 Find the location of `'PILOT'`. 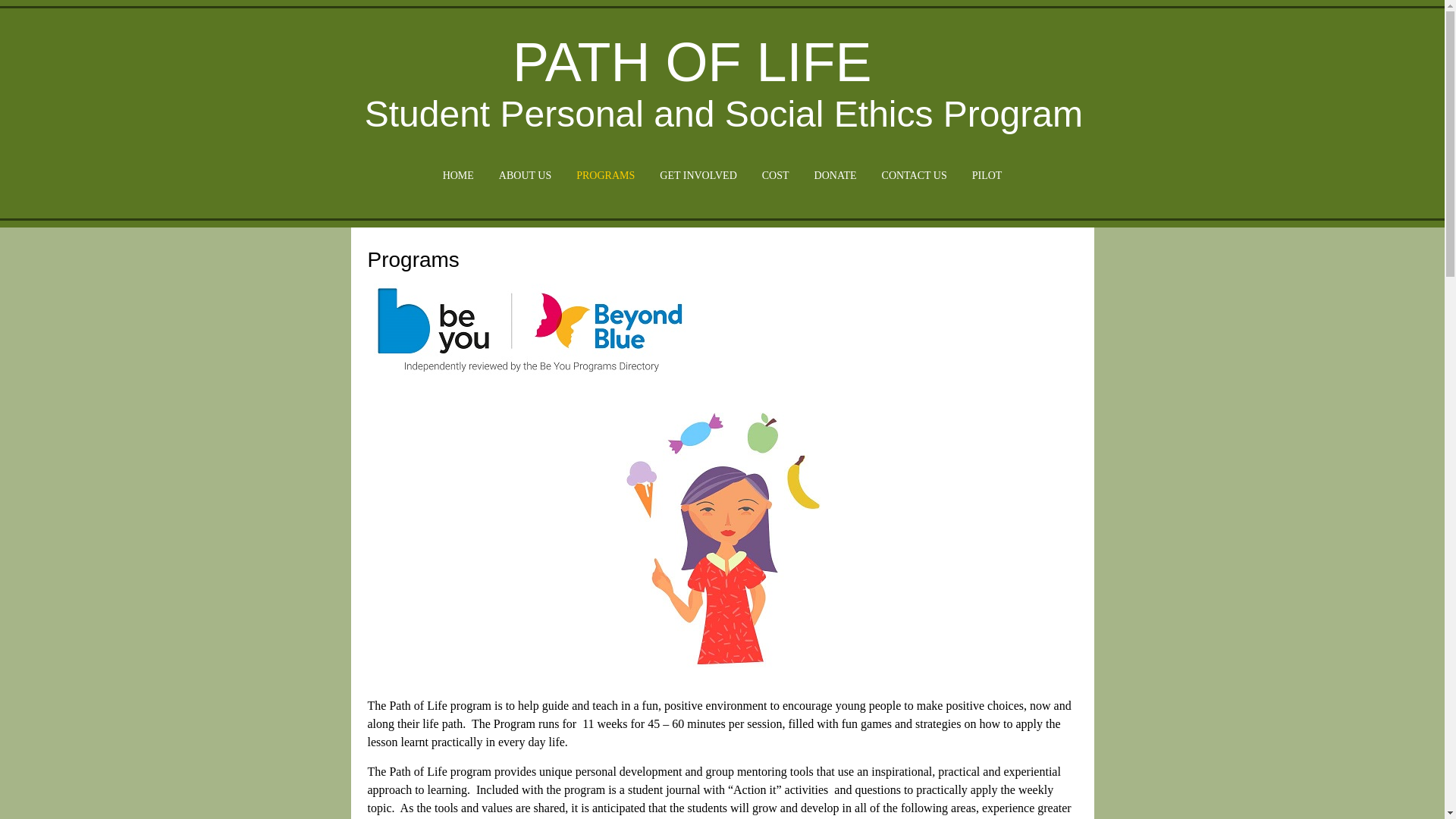

'PILOT' is located at coordinates (987, 174).